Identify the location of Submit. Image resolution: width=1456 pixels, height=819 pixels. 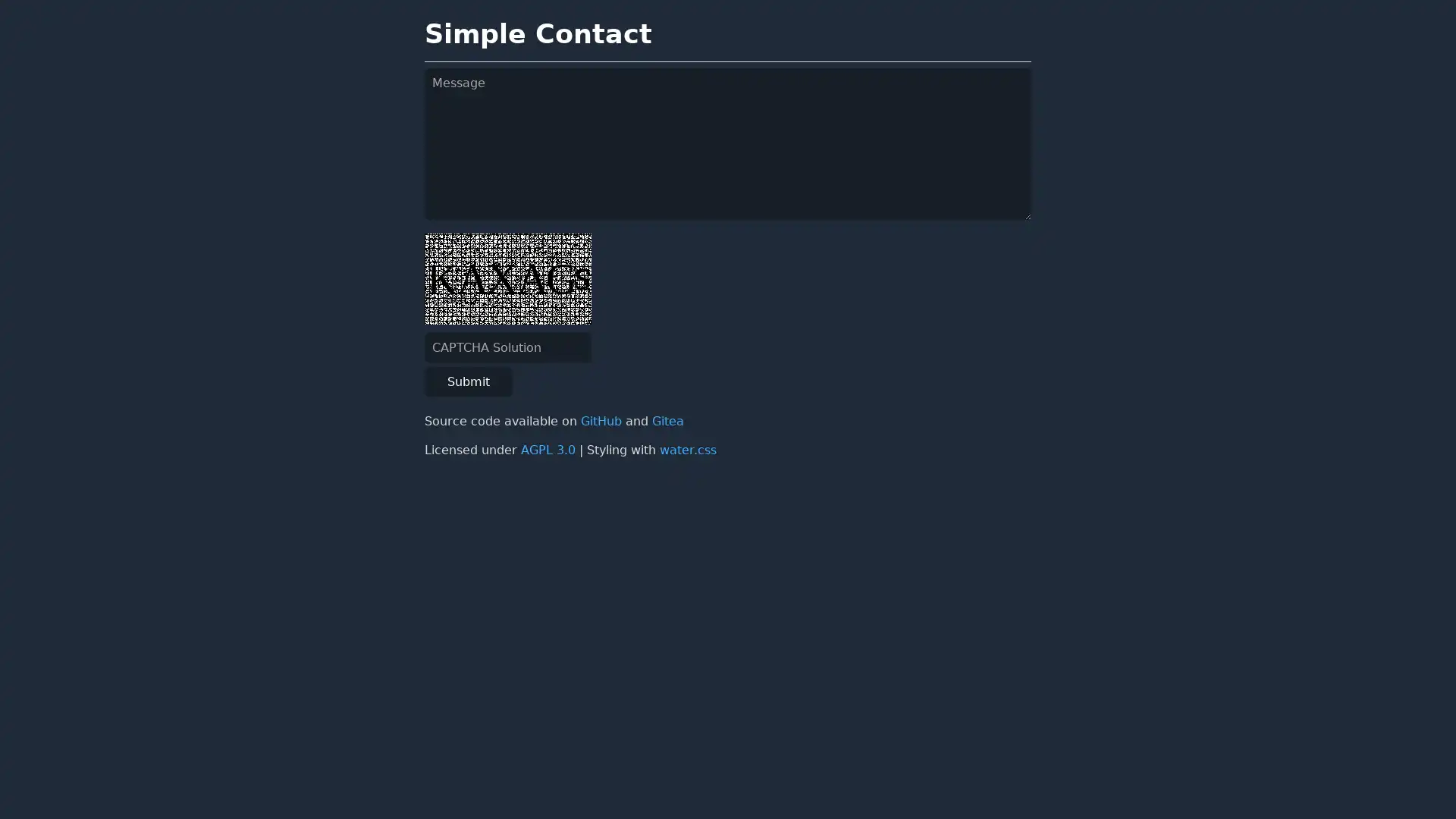
(468, 381).